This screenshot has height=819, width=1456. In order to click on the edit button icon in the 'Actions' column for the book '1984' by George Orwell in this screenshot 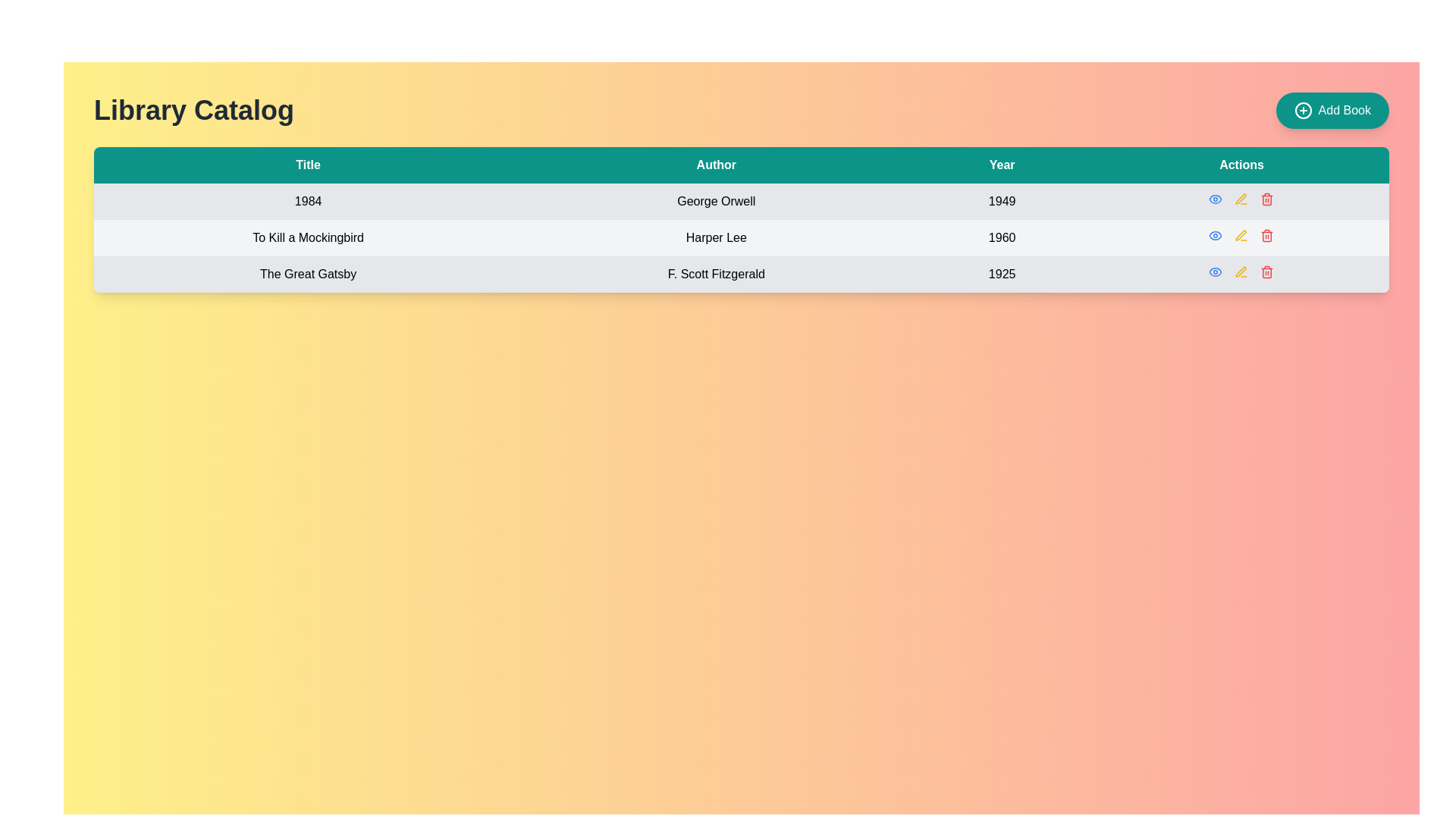, I will do `click(1241, 198)`.